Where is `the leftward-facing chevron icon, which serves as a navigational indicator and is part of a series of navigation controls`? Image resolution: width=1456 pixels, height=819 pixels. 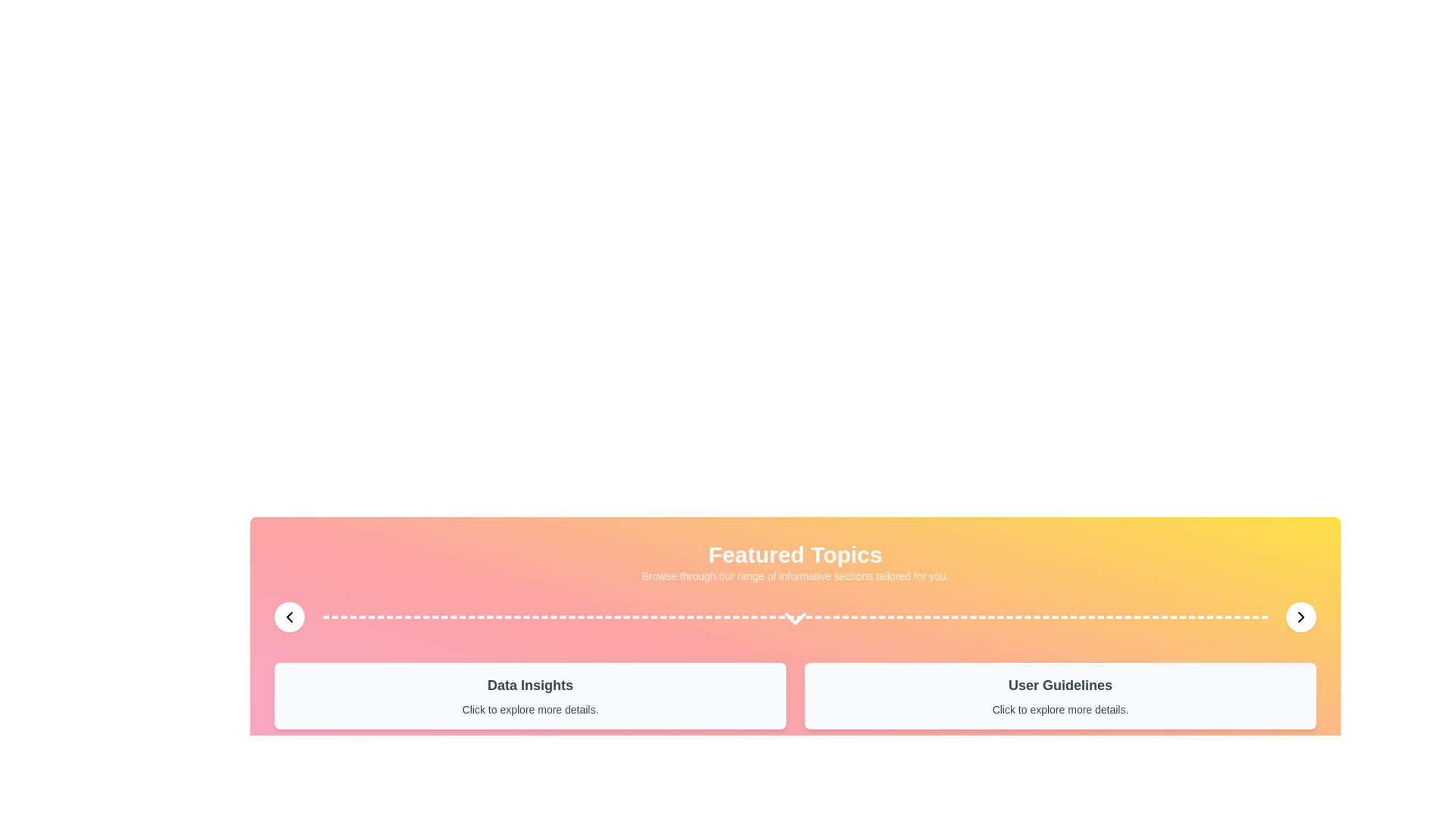 the leftward-facing chevron icon, which serves as a navigational indicator and is part of a series of navigation controls is located at coordinates (290, 617).